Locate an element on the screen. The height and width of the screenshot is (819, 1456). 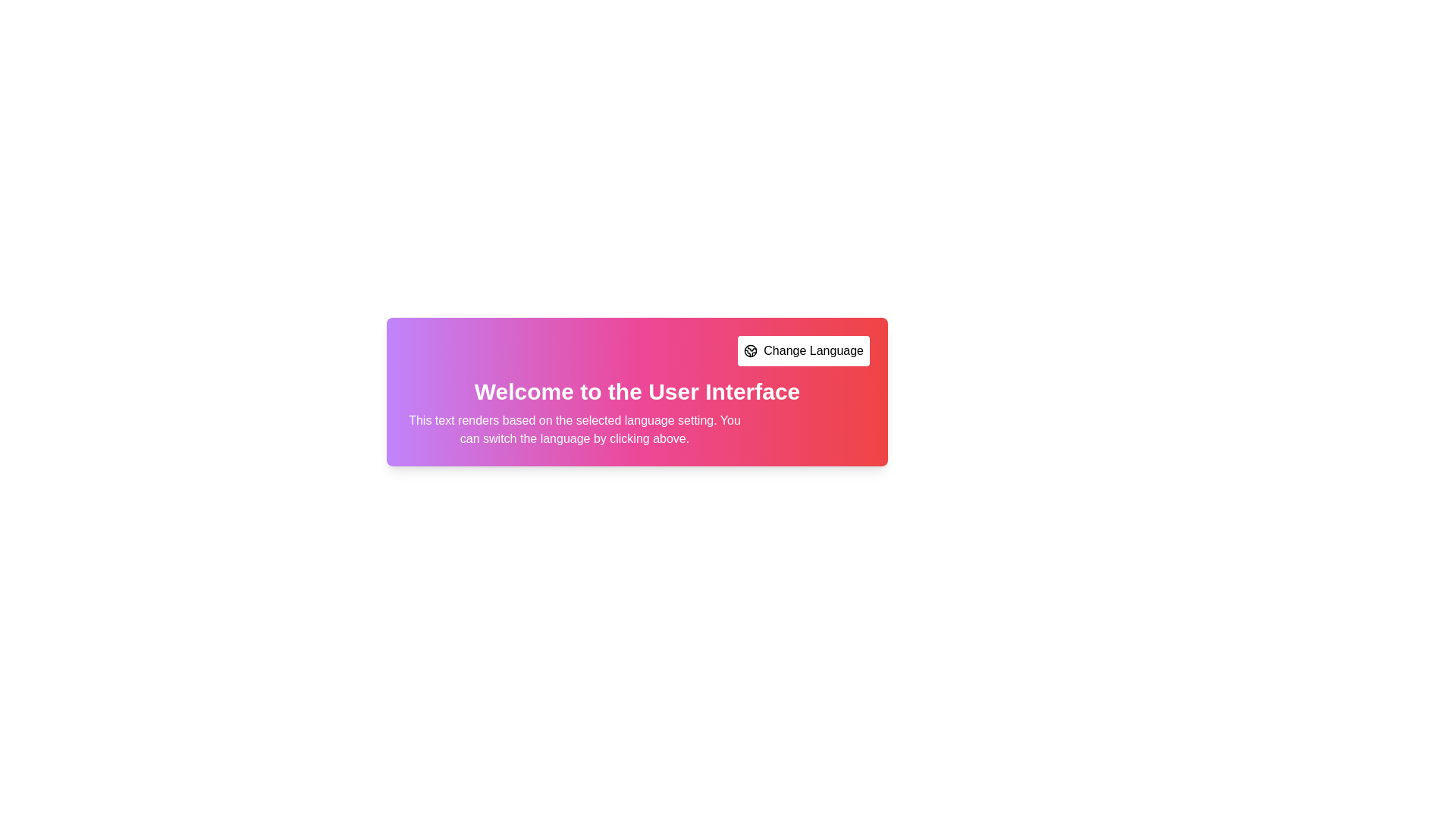
the language change icon located to the left of the 'Change Language' button in the top-right corner of the main card interface is located at coordinates (751, 350).